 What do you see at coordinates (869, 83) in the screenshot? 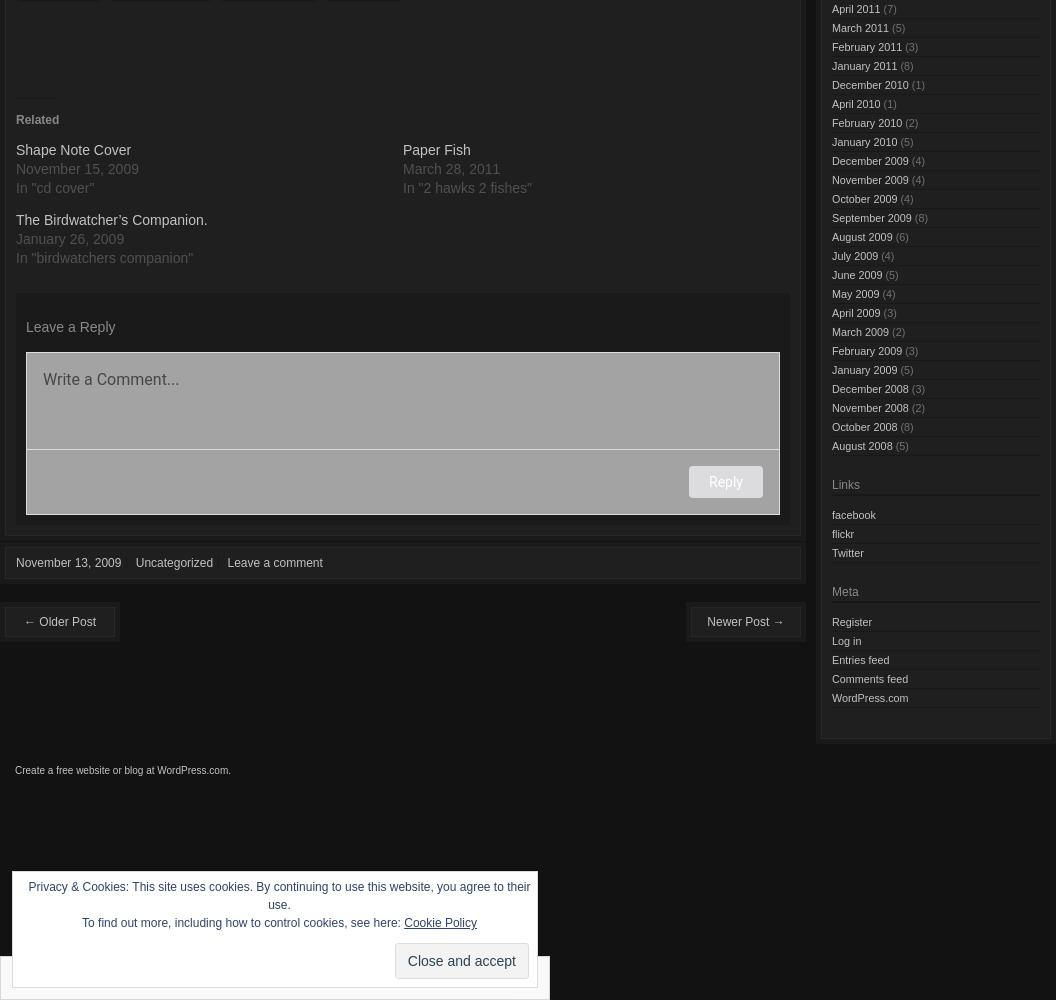
I see `'December 2010'` at bounding box center [869, 83].